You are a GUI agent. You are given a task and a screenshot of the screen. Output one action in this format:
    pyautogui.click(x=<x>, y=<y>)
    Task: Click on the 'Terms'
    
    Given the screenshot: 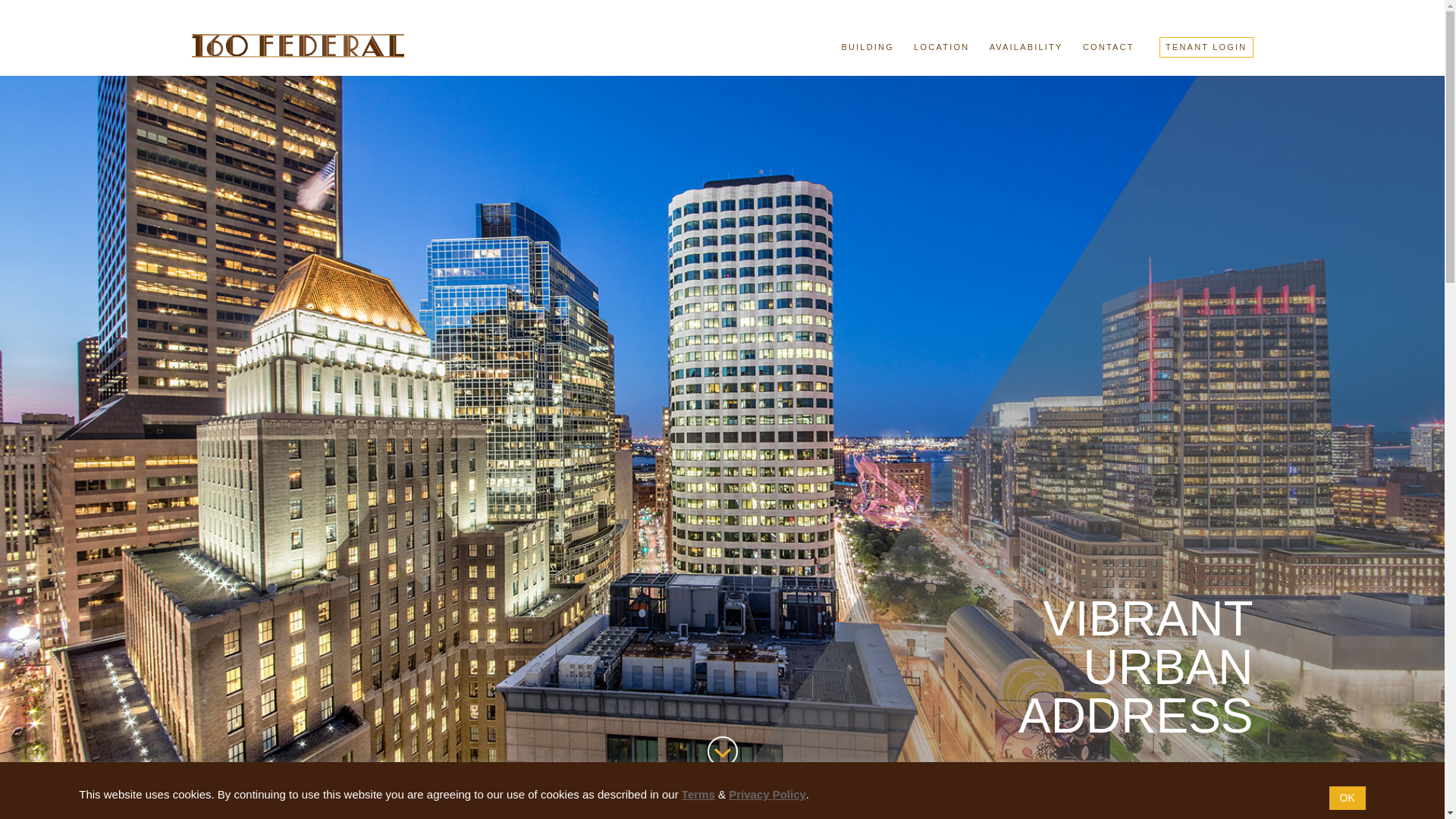 What is the action you would take?
    pyautogui.click(x=680, y=793)
    